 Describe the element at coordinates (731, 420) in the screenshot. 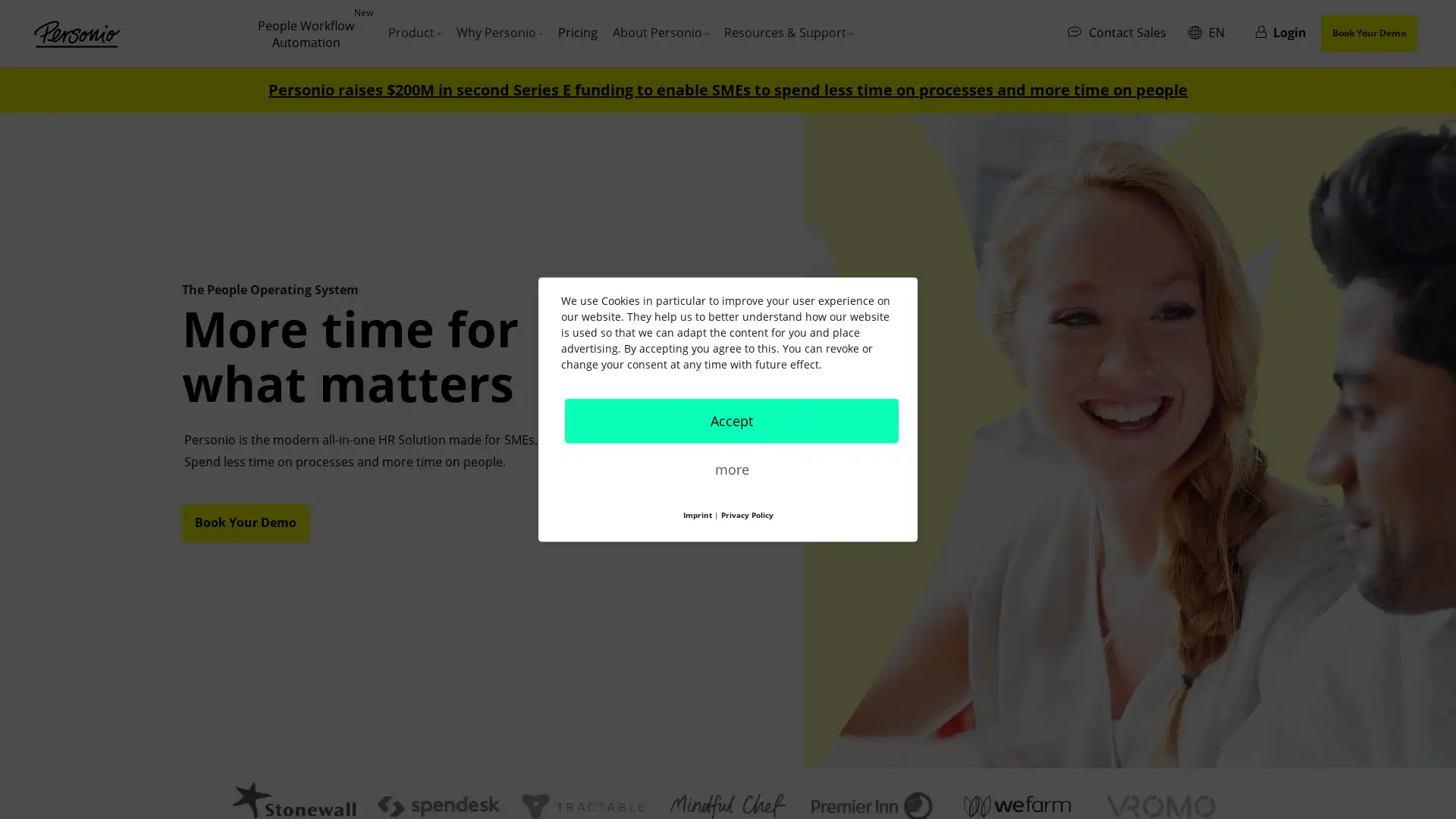

I see `Accept` at that location.